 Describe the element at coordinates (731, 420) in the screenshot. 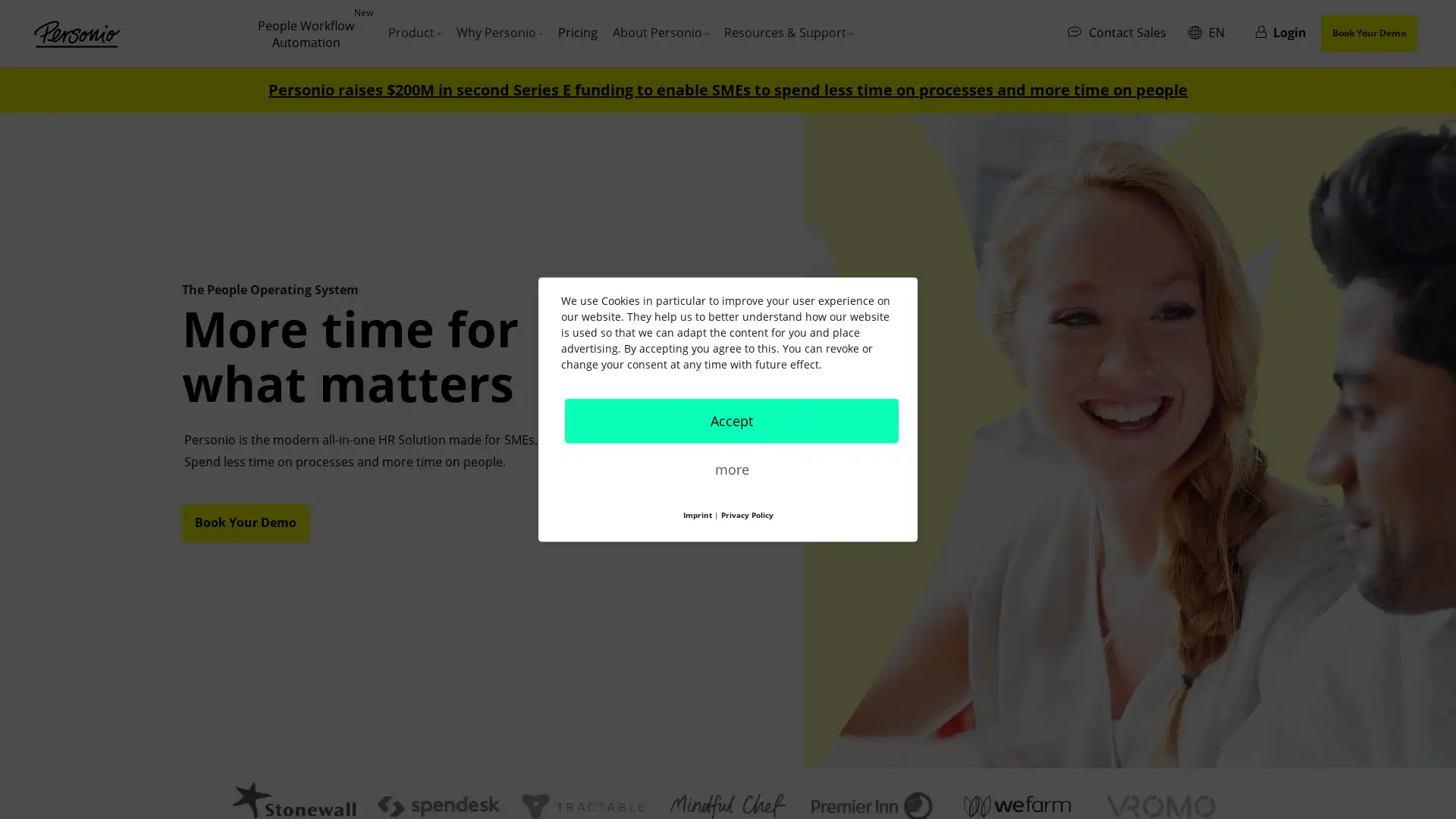

I see `Accept` at that location.